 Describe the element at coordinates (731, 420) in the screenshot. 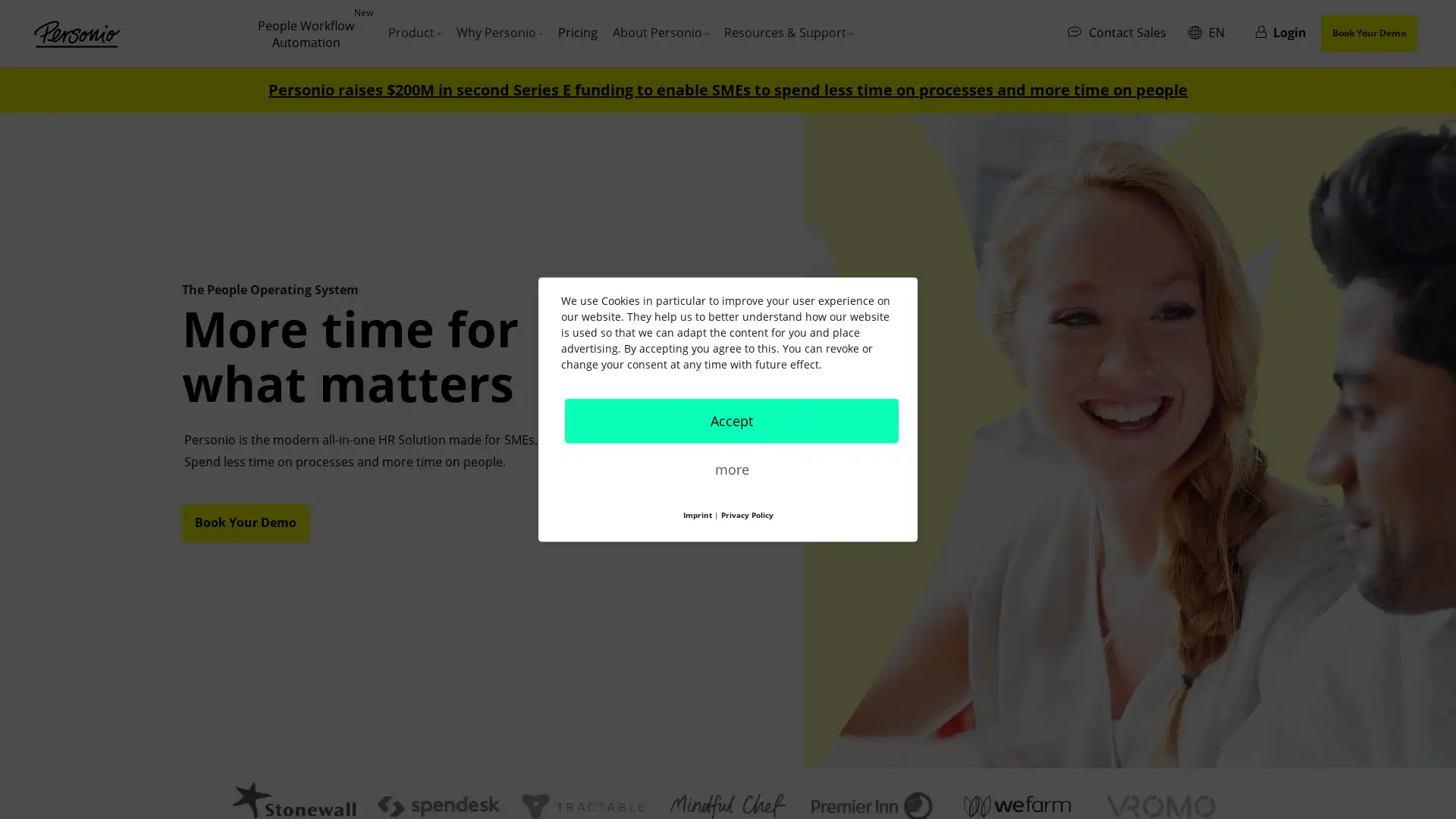

I see `Accept` at that location.